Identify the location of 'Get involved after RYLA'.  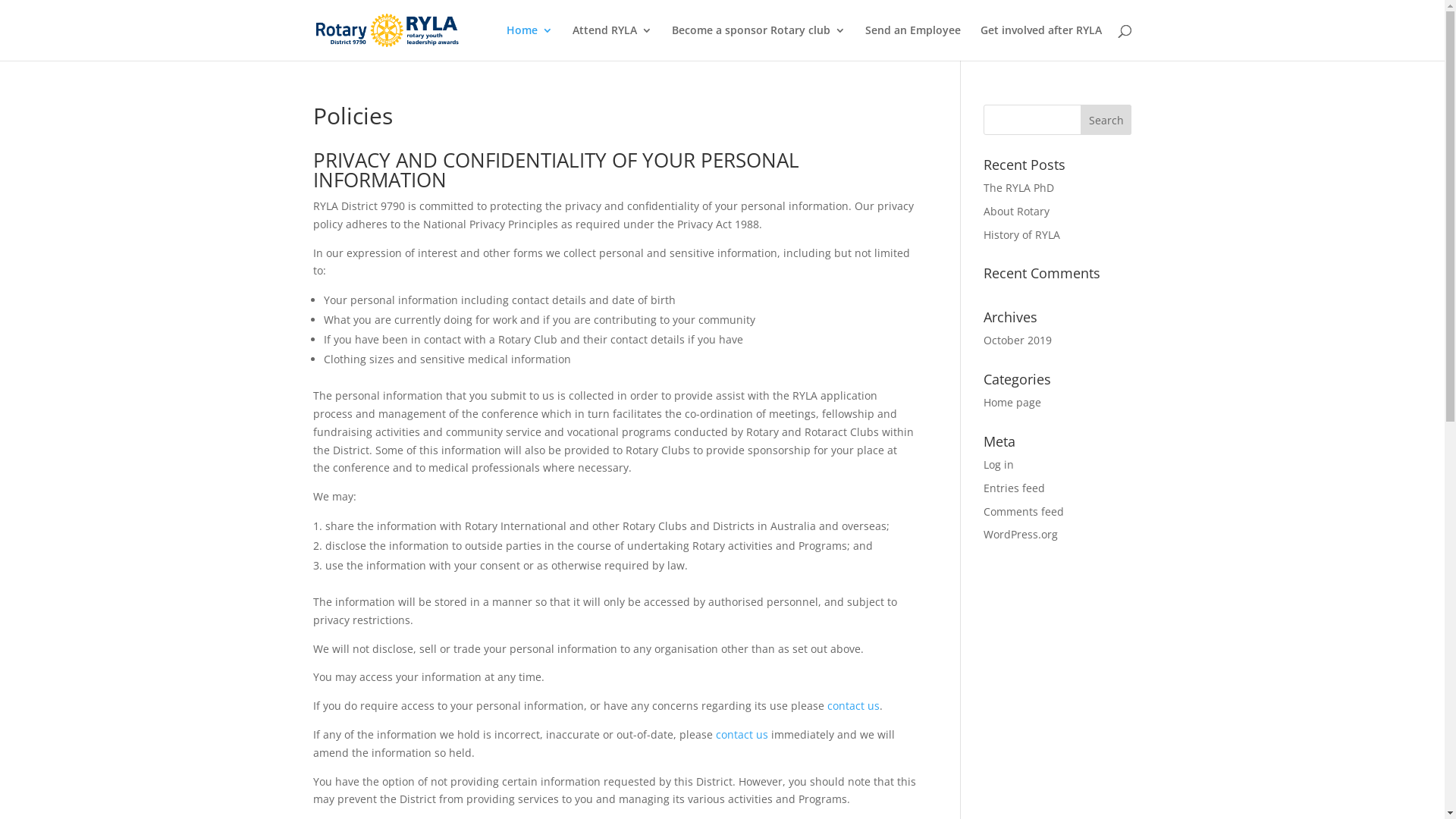
(1040, 42).